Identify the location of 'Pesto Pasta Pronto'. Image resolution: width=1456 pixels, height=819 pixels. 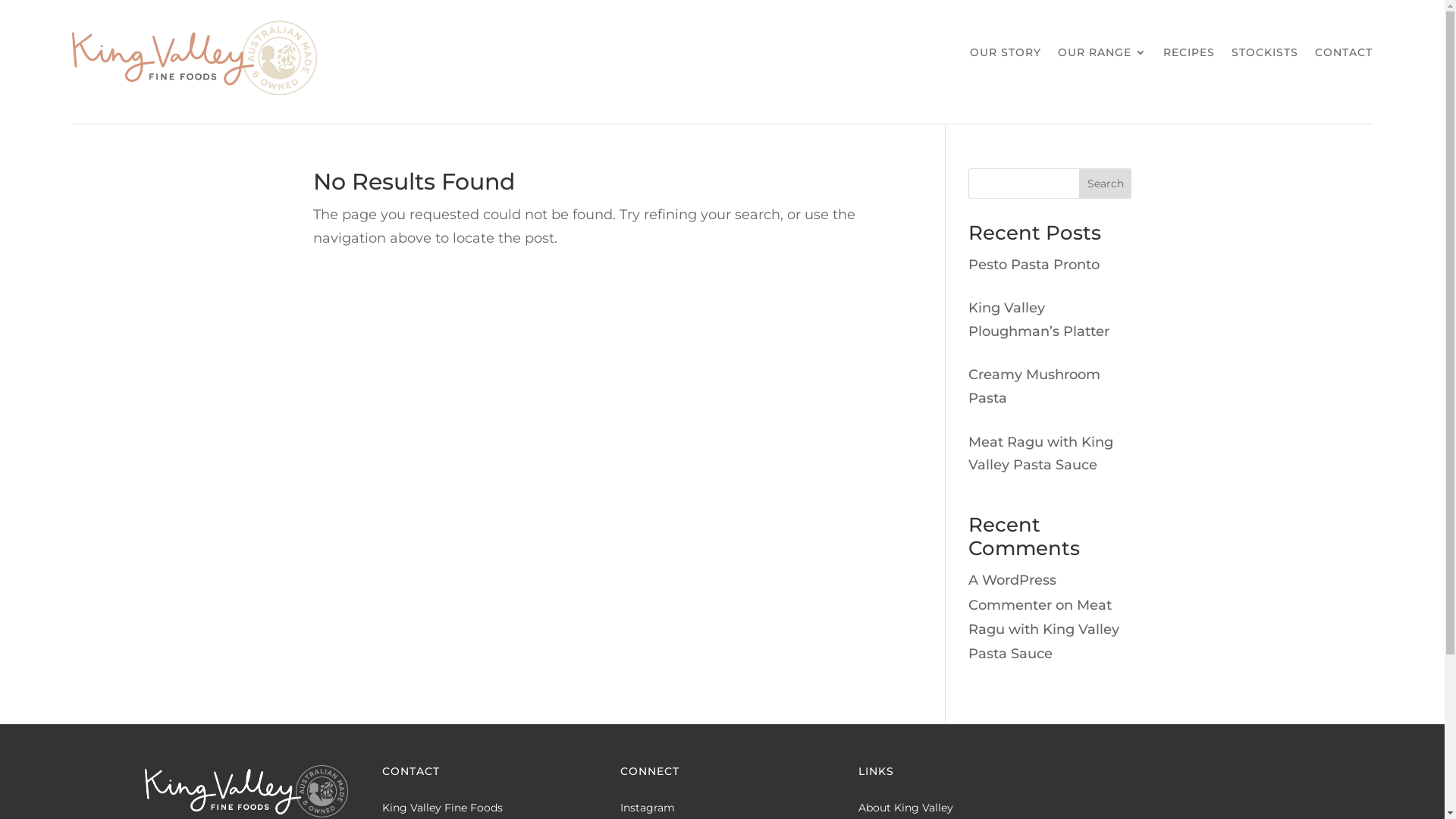
(967, 263).